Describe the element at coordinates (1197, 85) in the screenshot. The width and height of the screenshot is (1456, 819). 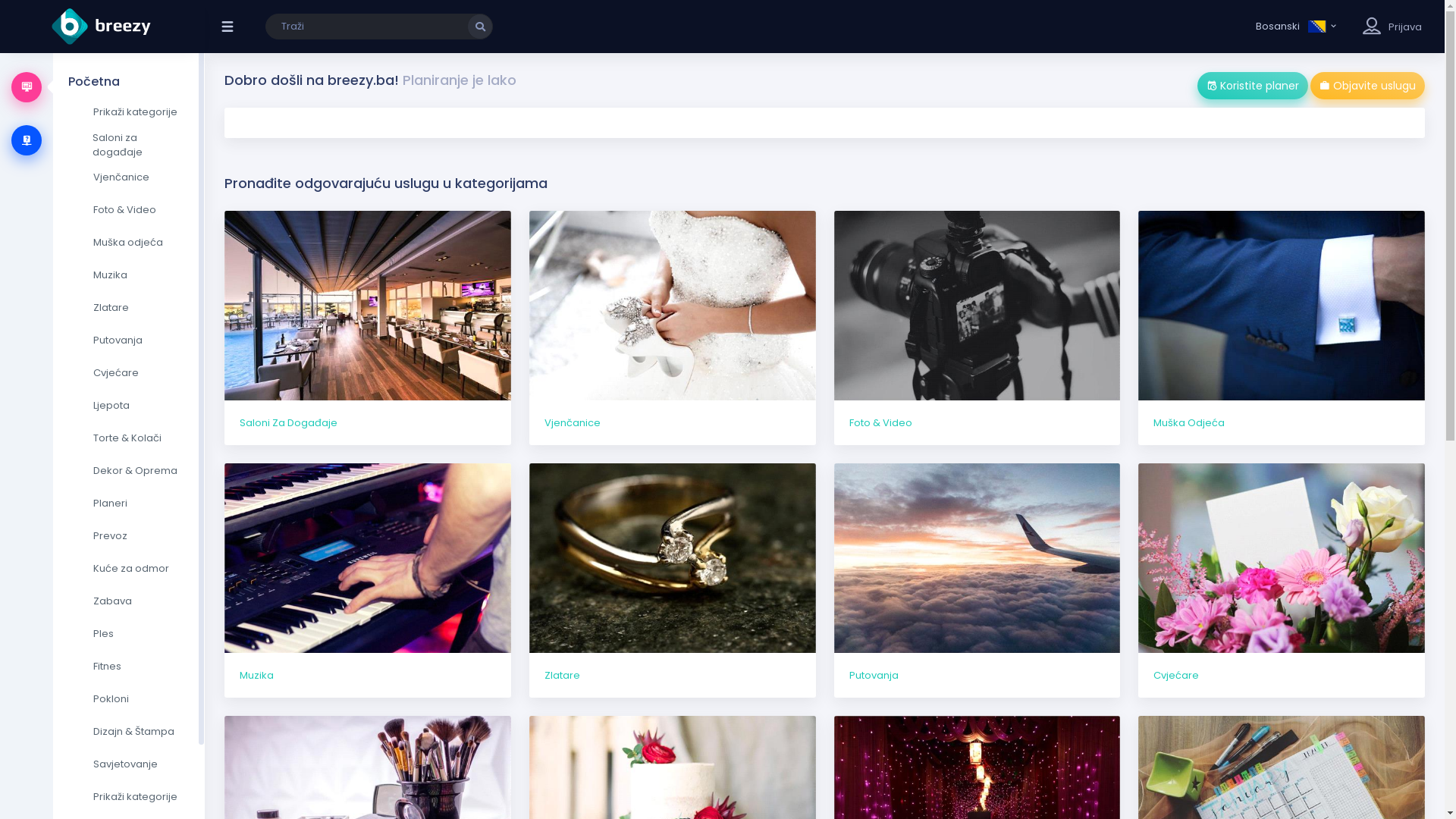
I see `'Koristite planer'` at that location.